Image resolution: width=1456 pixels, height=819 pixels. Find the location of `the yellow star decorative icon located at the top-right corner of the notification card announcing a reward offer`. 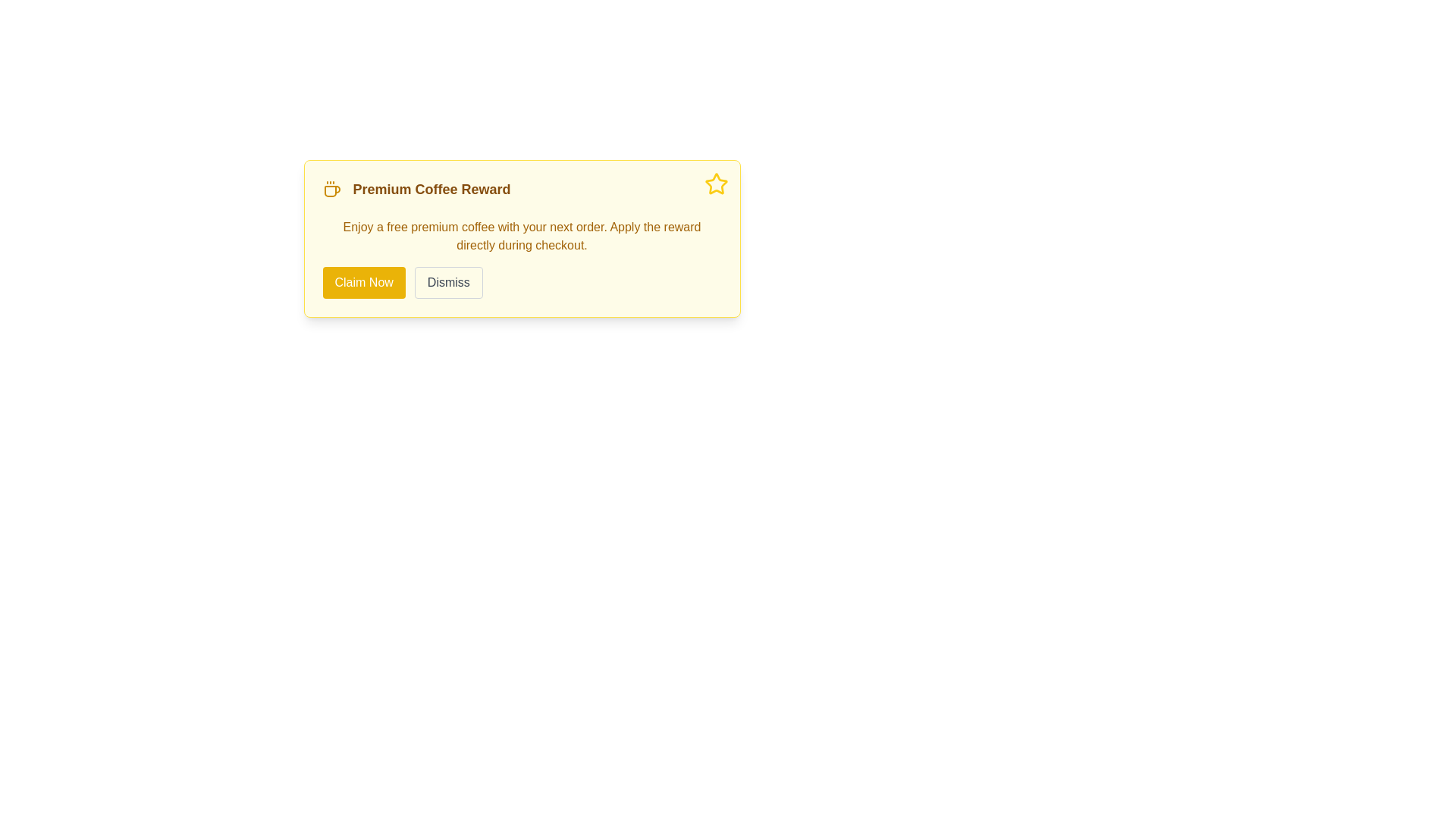

the yellow star decorative icon located at the top-right corner of the notification card announcing a reward offer is located at coordinates (715, 184).